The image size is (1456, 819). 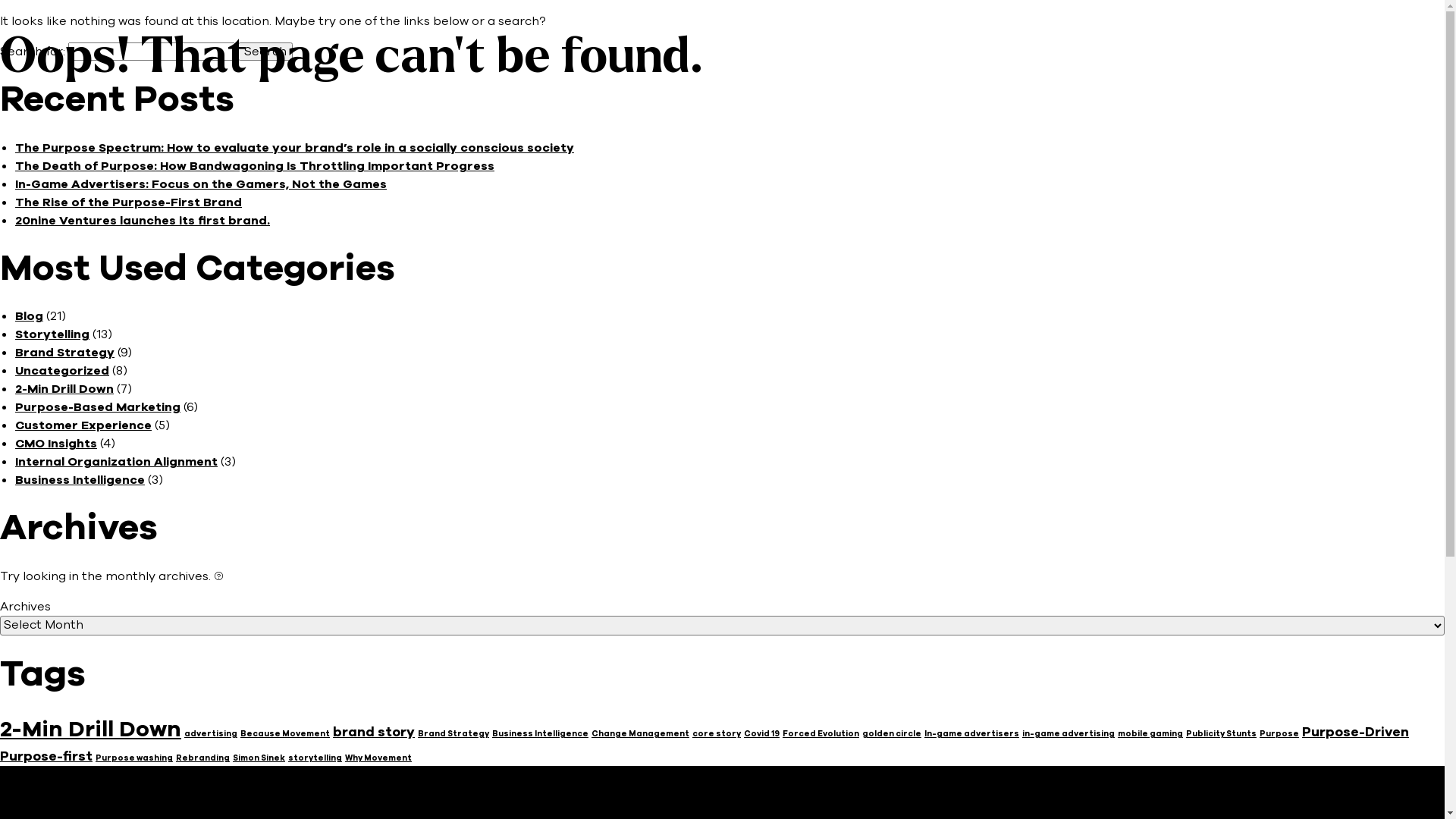 I want to click on 'Why Movement', so click(x=378, y=758).